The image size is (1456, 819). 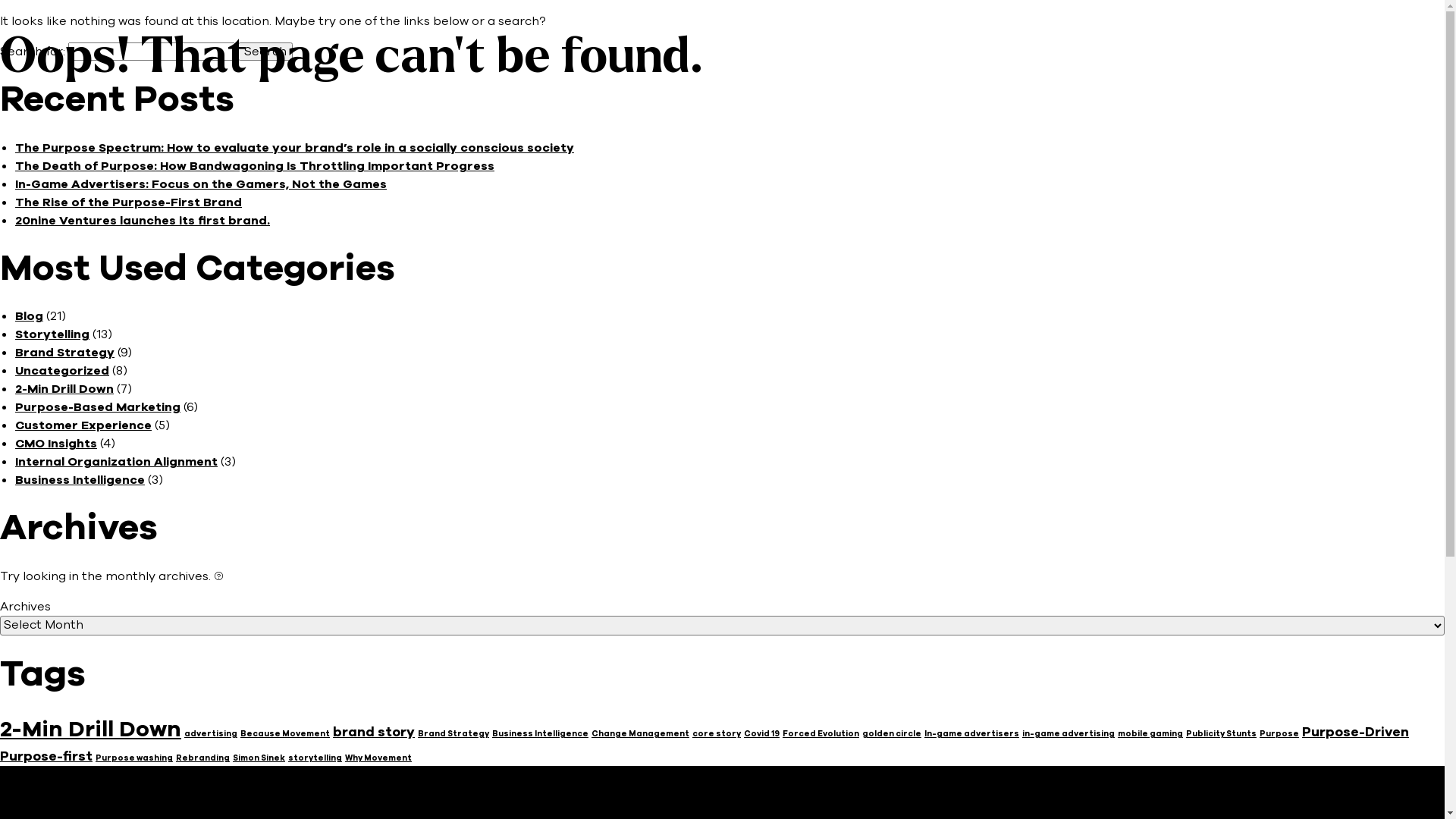 I want to click on 'Why Movement', so click(x=378, y=758).